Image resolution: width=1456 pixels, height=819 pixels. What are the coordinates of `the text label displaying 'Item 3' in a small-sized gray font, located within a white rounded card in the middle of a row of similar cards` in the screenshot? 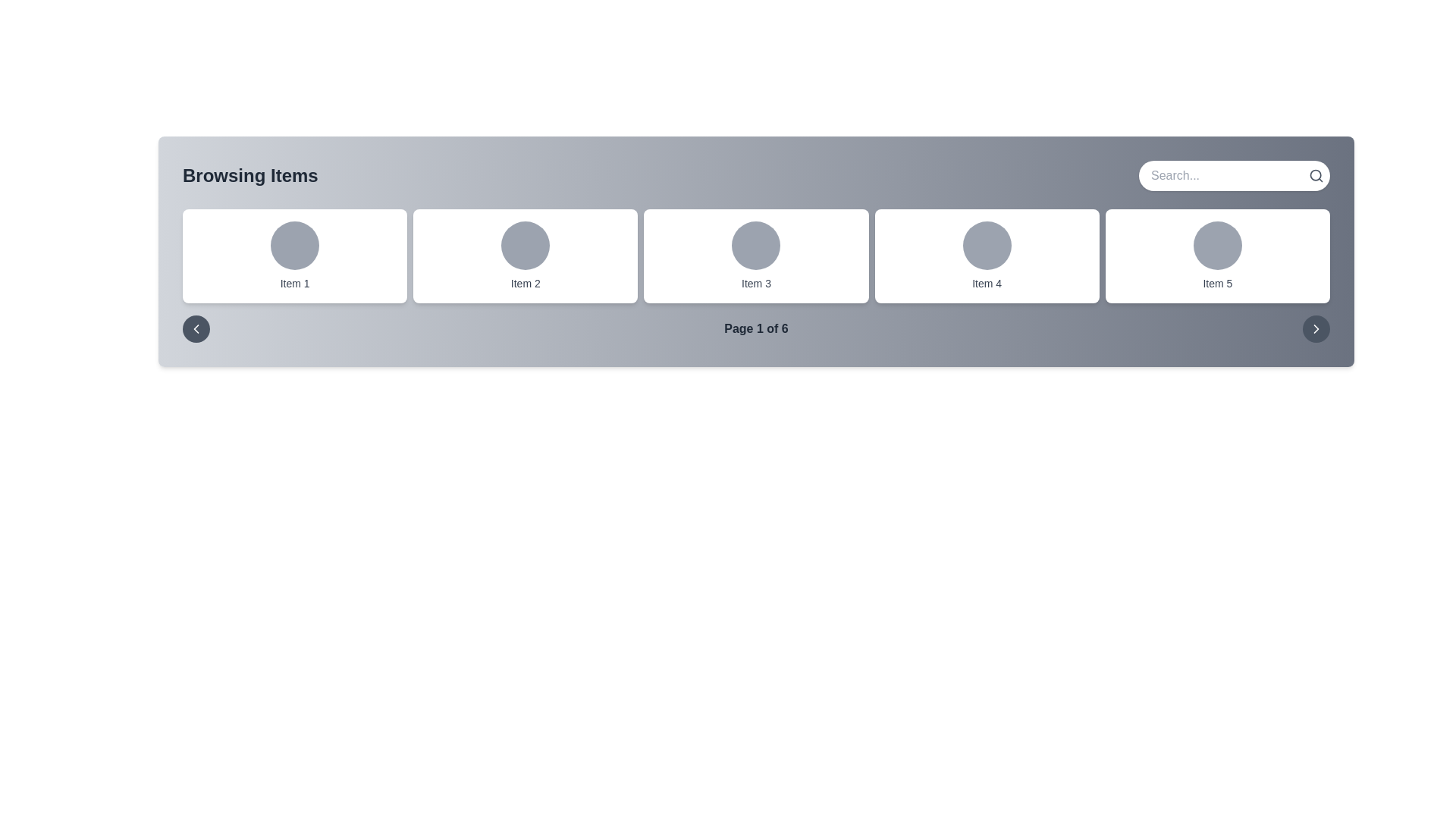 It's located at (756, 284).